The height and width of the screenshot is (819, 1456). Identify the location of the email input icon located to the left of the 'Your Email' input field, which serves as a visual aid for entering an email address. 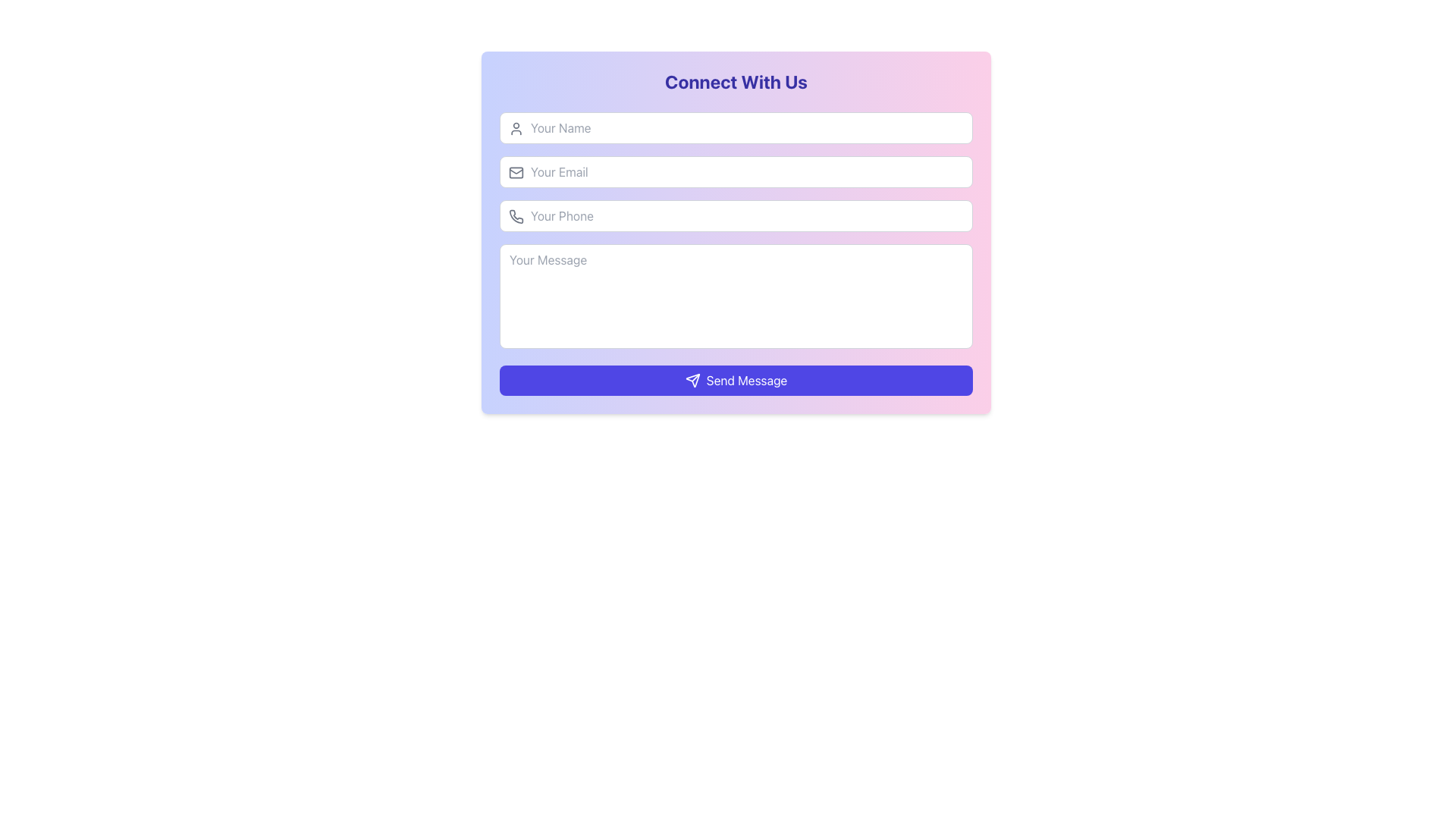
(516, 171).